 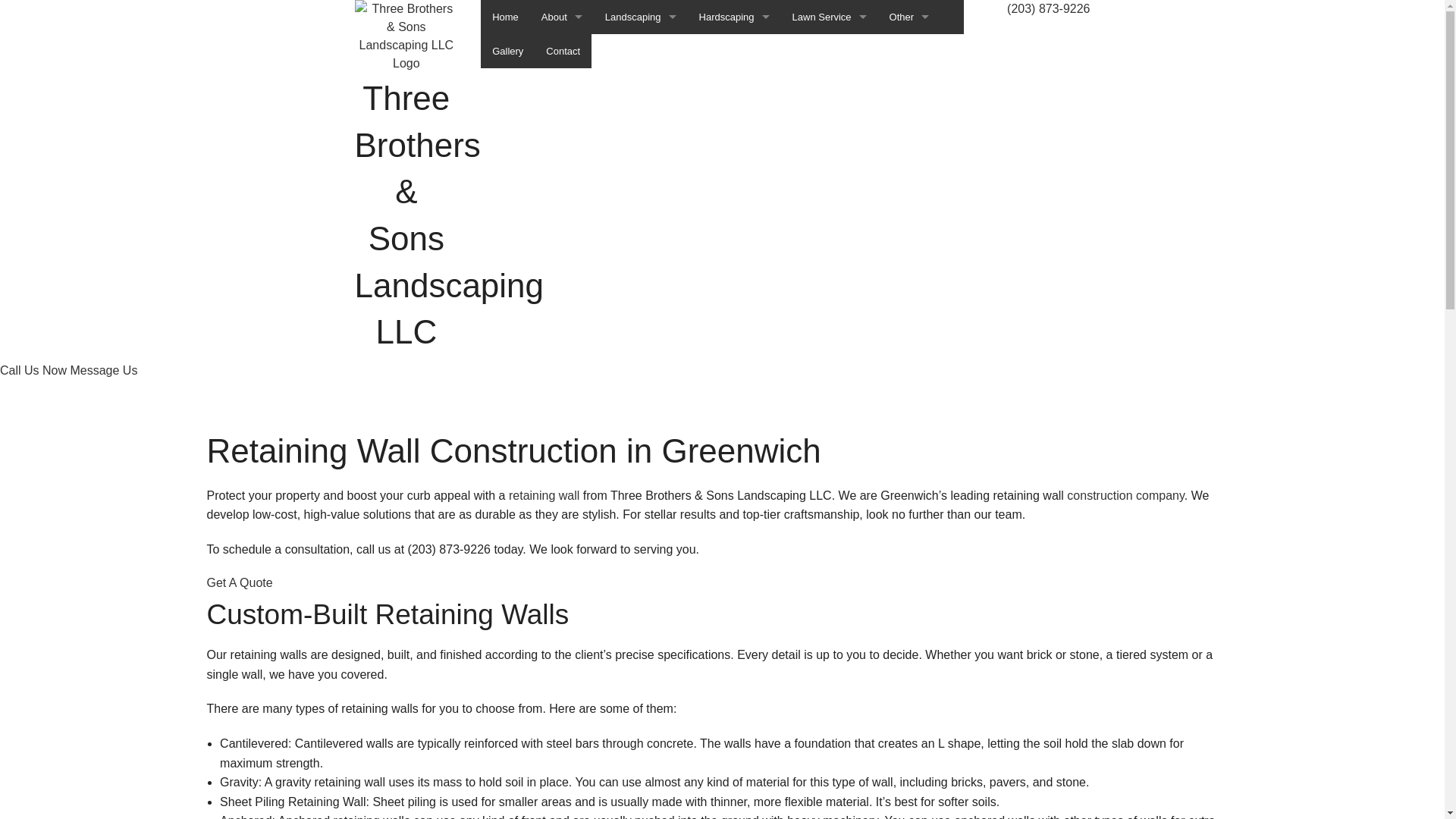 What do you see at coordinates (909, 391) in the screenshot?
I see `'Tree Removal'` at bounding box center [909, 391].